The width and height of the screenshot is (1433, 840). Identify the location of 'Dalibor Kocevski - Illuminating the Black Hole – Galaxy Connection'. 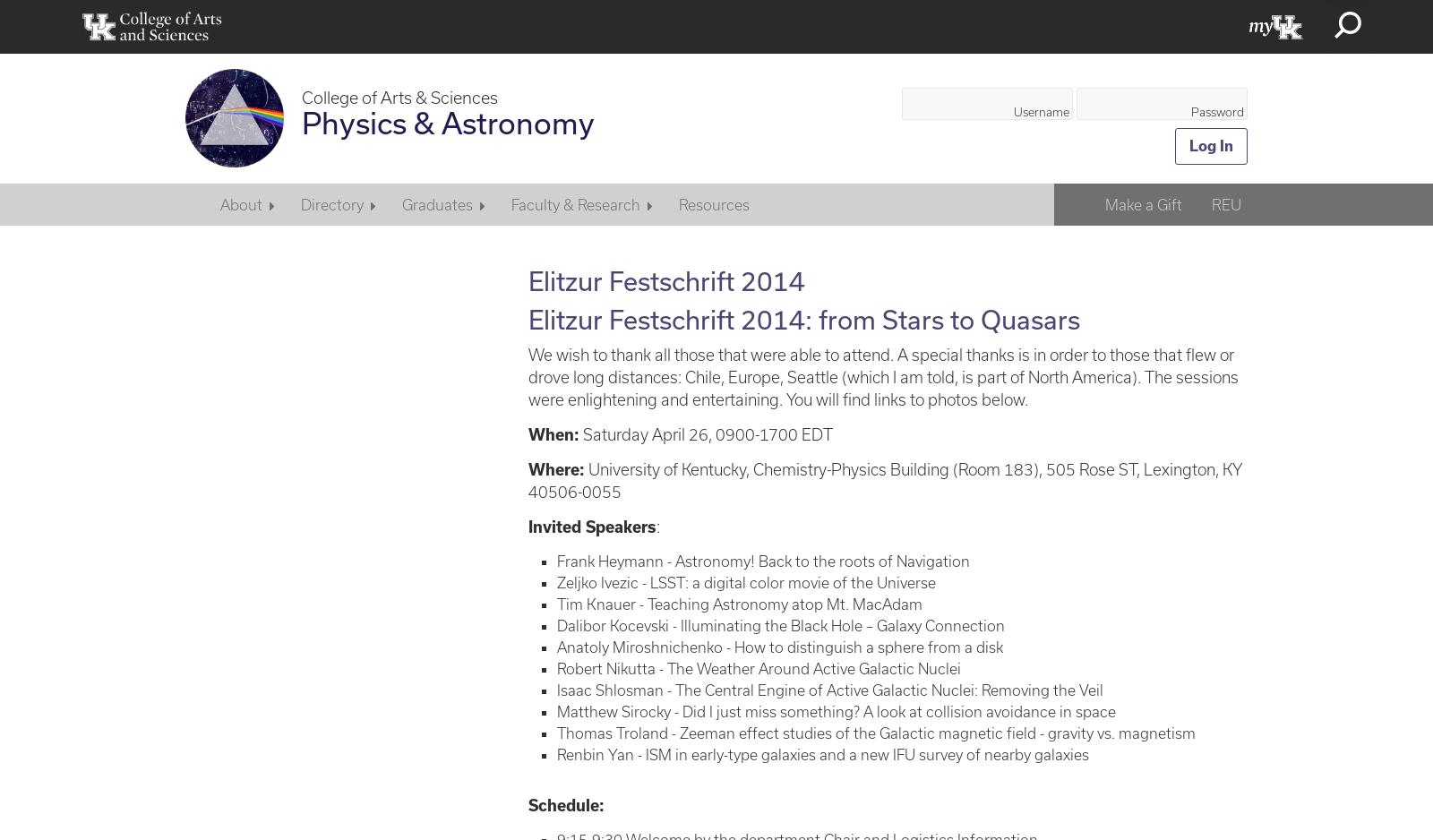
(780, 624).